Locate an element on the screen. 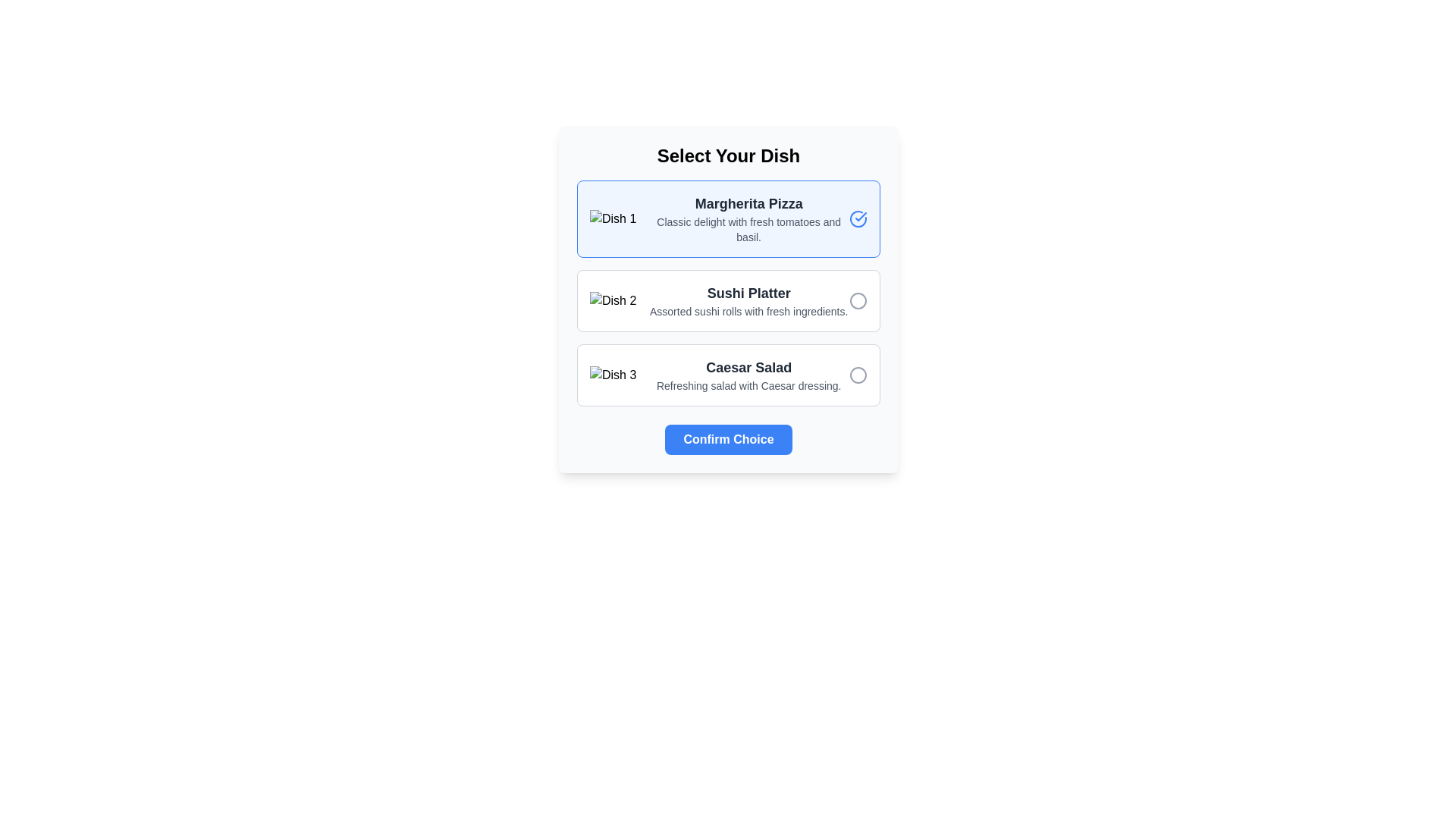 This screenshot has height=819, width=1456. the Text block containing the title and description for the Caesar Salad dish, which is located within the 'Dish 3' card in a vertical list of dishes is located at coordinates (748, 375).